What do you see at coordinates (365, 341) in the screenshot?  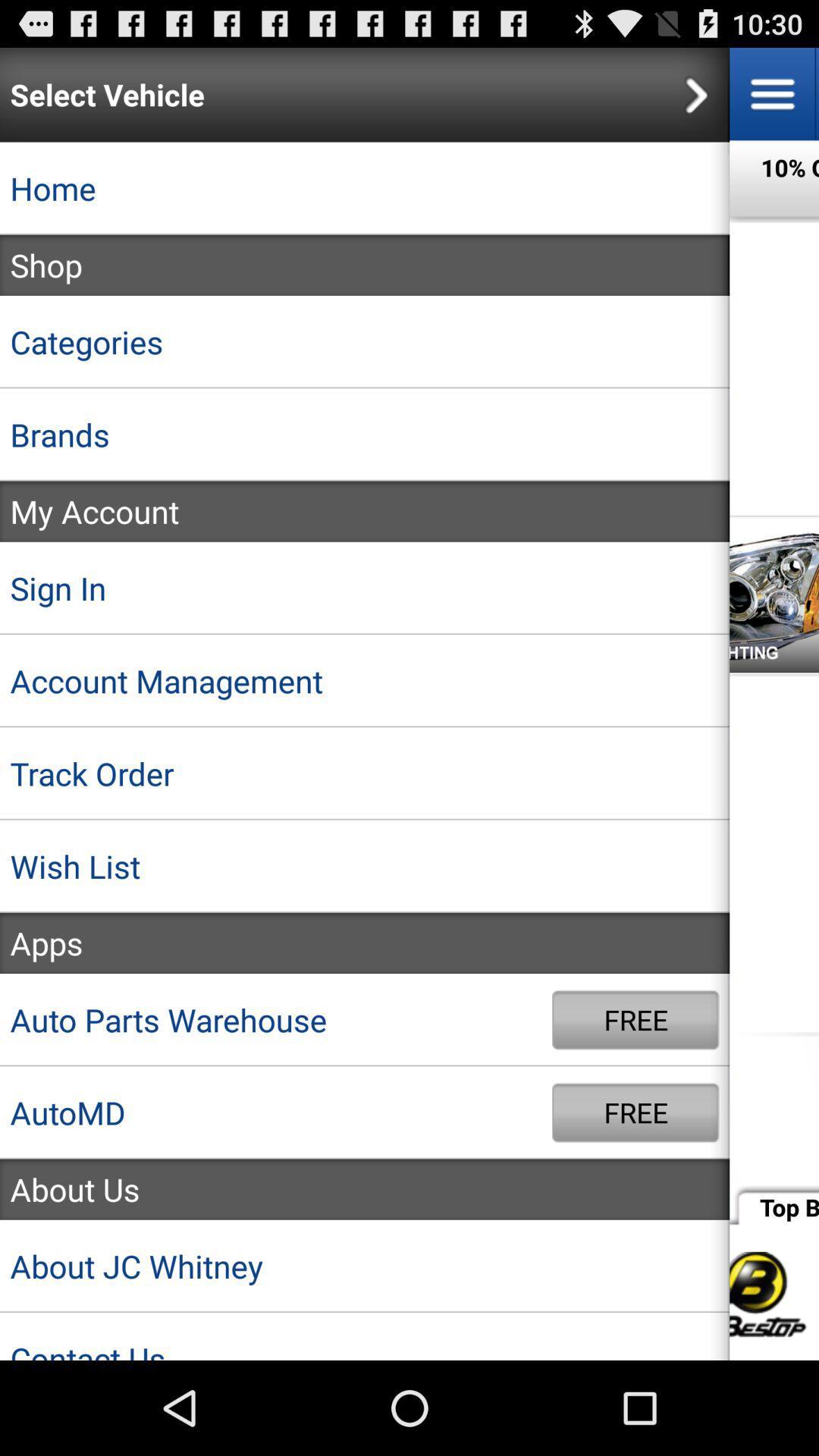 I see `the categories` at bounding box center [365, 341].